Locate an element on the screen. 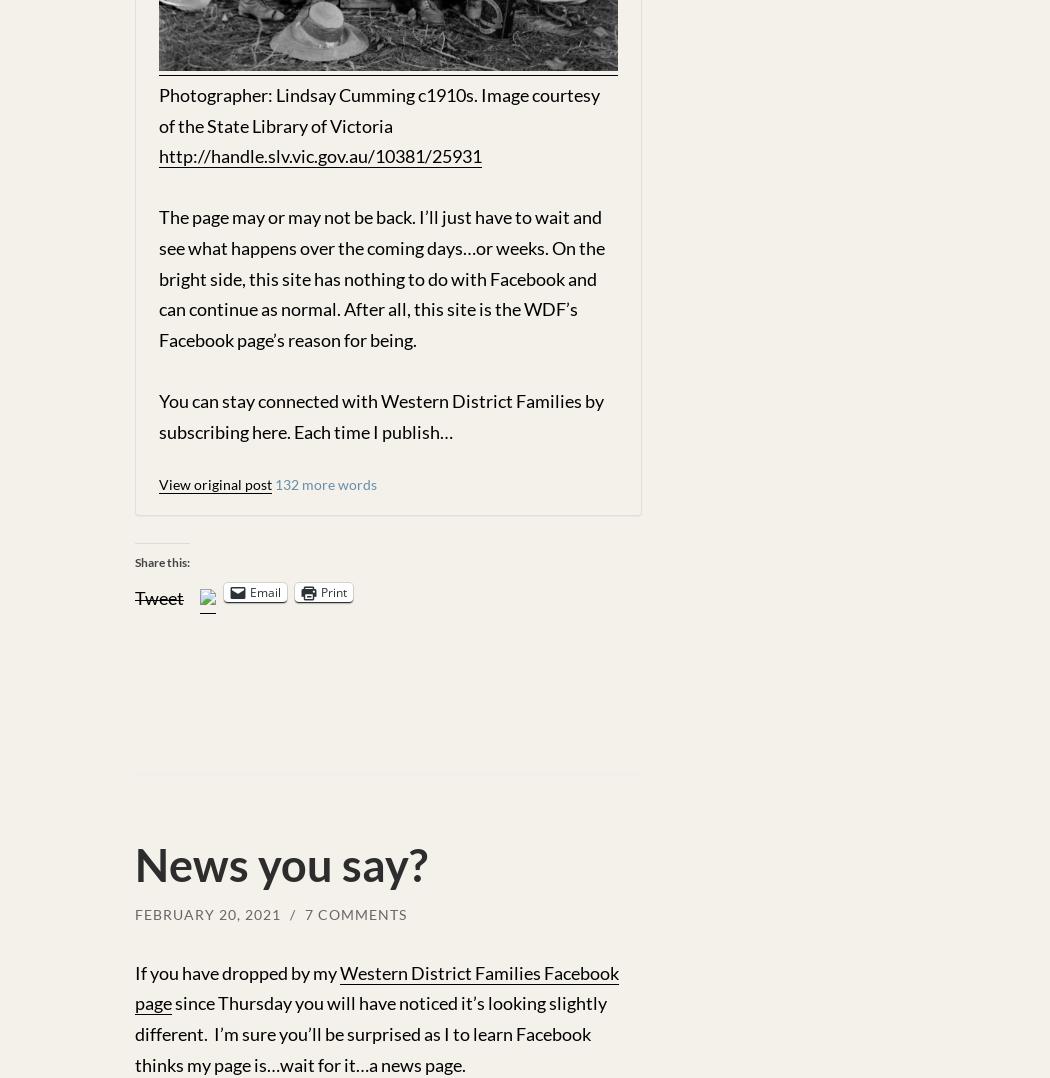  'Print' is located at coordinates (334, 591).